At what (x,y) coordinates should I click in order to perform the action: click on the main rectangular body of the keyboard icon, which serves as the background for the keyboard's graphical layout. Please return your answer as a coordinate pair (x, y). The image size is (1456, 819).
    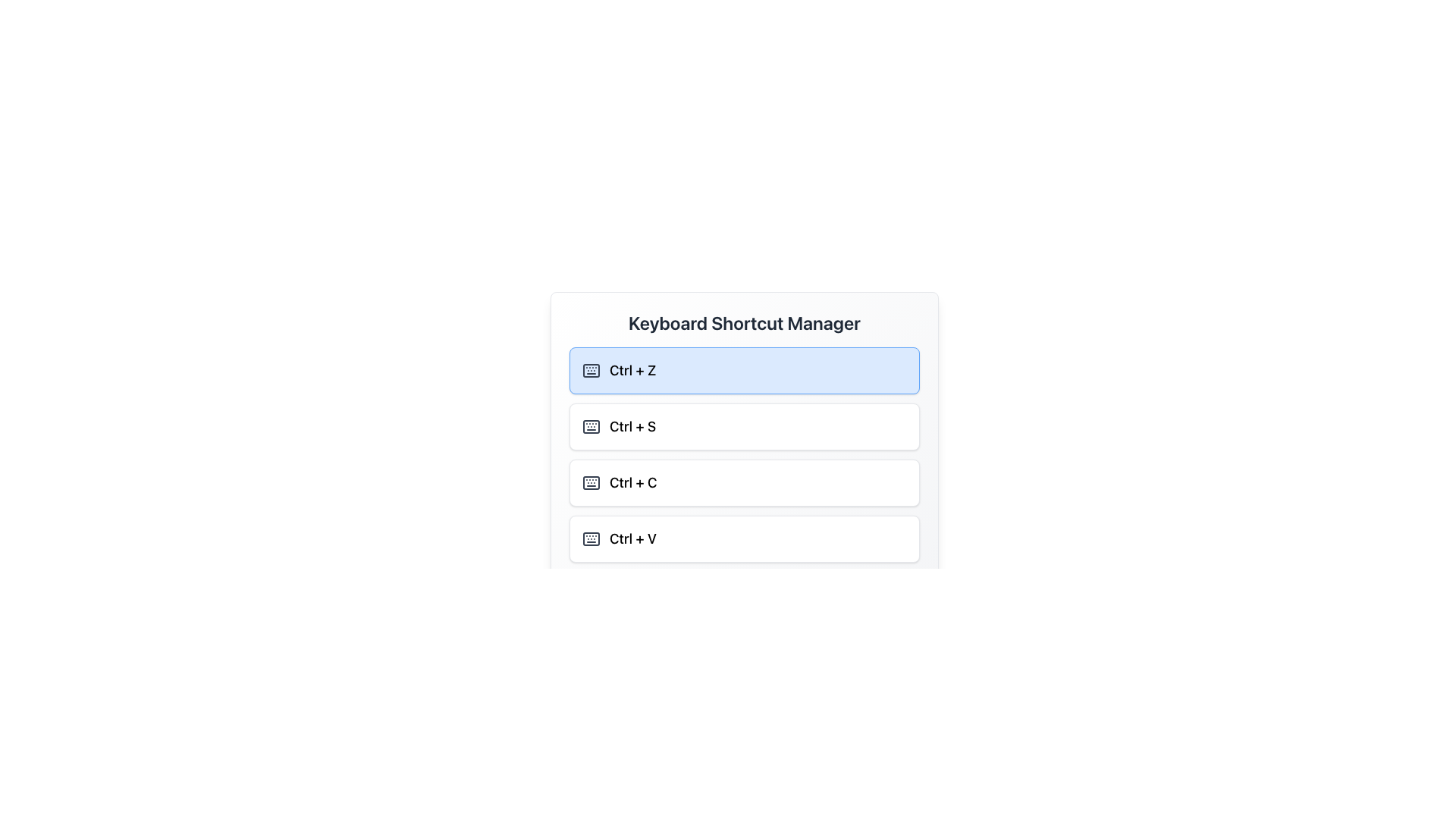
    Looking at the image, I should click on (590, 482).